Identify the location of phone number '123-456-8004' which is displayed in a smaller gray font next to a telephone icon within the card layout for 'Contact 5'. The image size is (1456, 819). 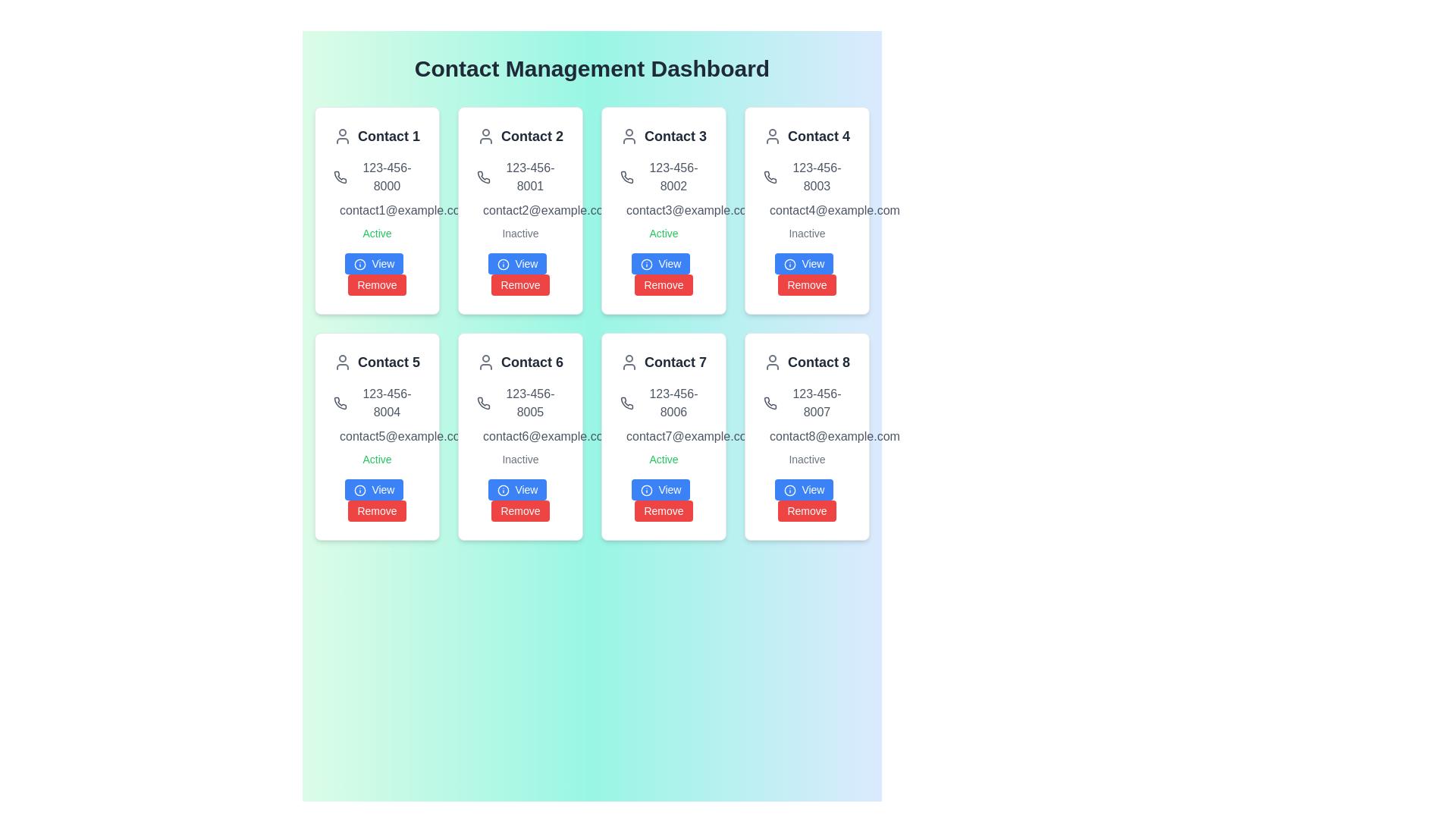
(377, 403).